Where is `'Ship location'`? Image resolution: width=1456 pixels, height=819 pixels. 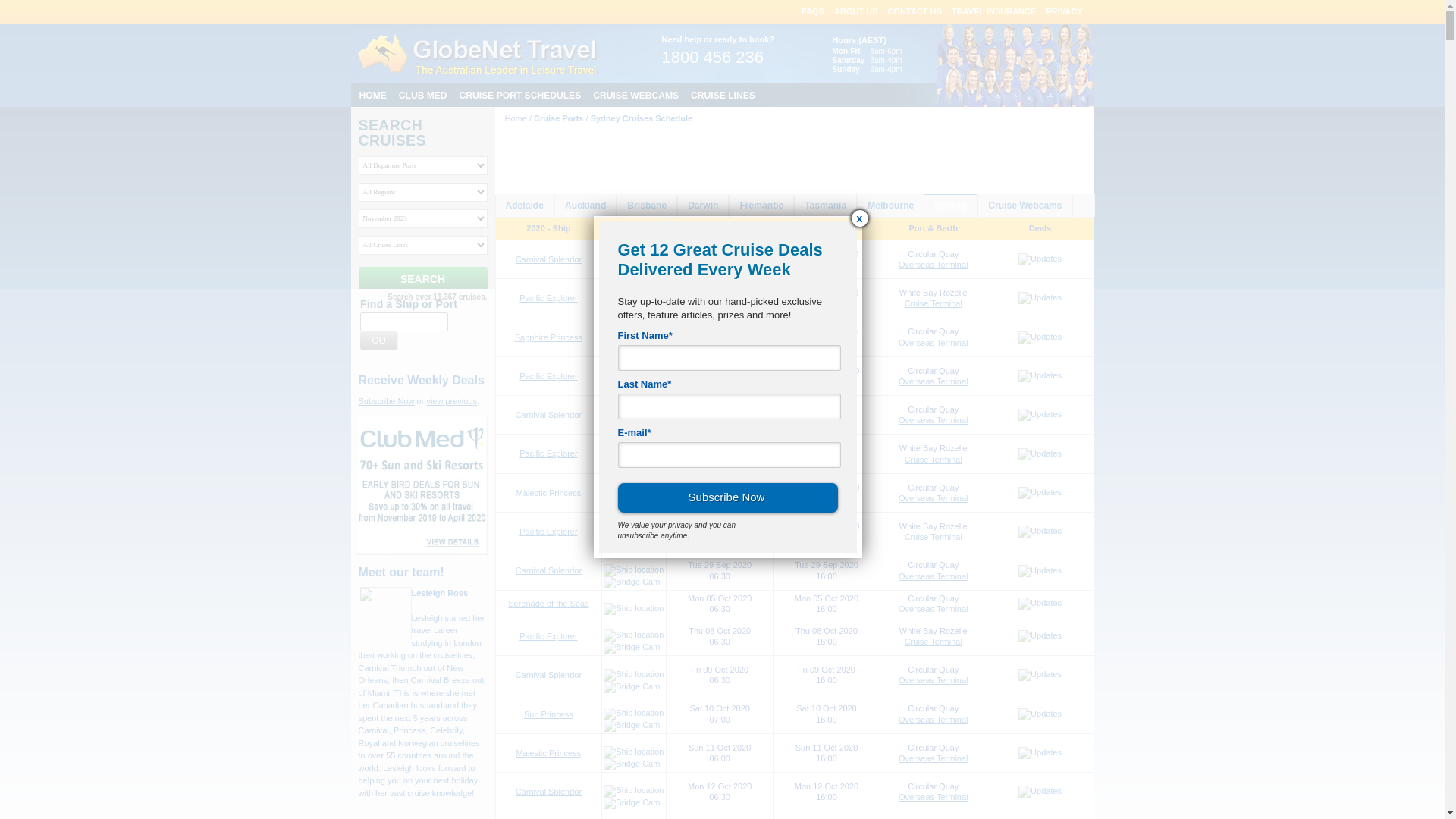
'Ship location' is located at coordinates (603, 375).